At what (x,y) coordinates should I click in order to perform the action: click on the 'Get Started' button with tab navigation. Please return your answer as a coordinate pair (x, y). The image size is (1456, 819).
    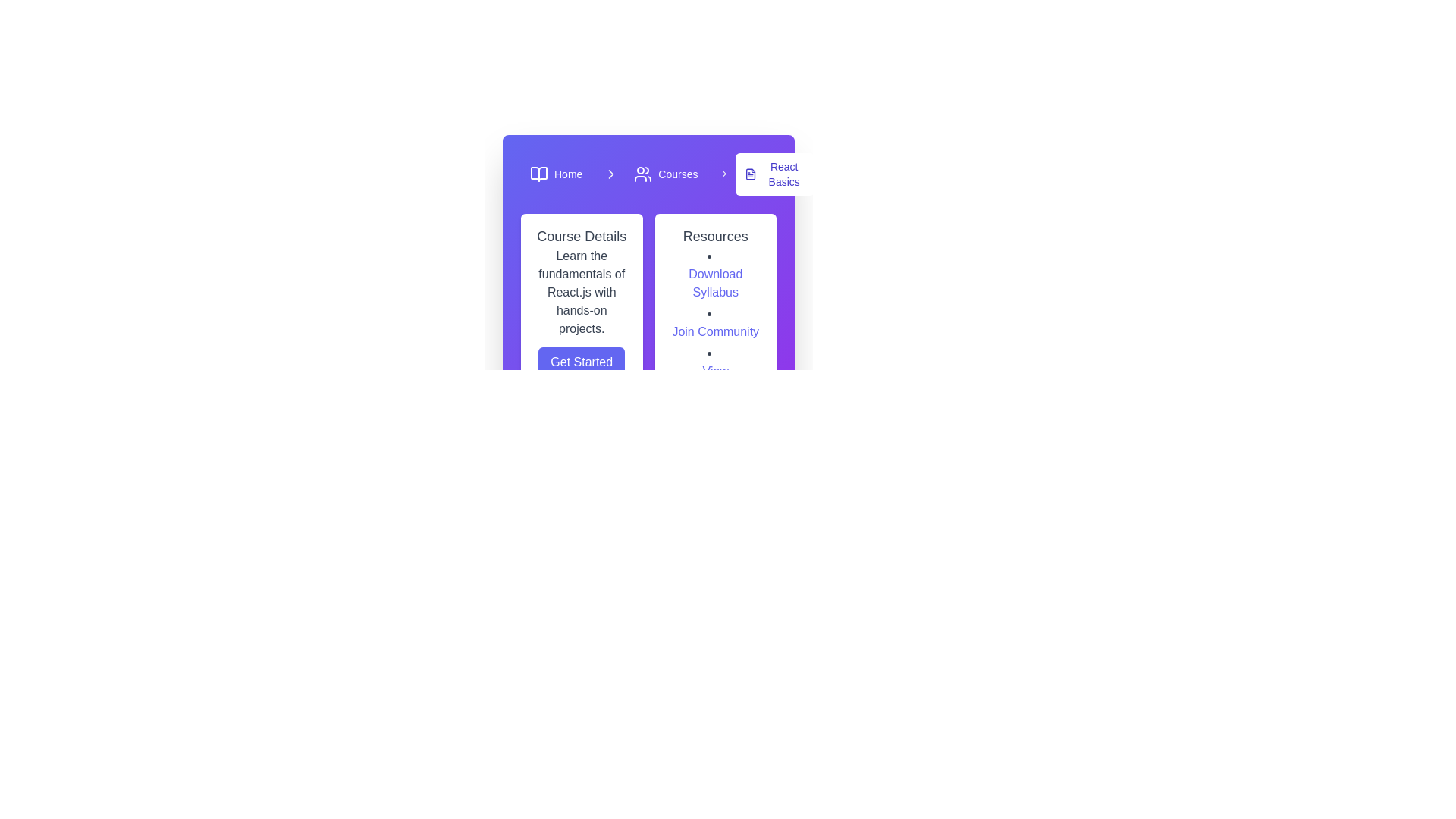
    Looking at the image, I should click on (581, 362).